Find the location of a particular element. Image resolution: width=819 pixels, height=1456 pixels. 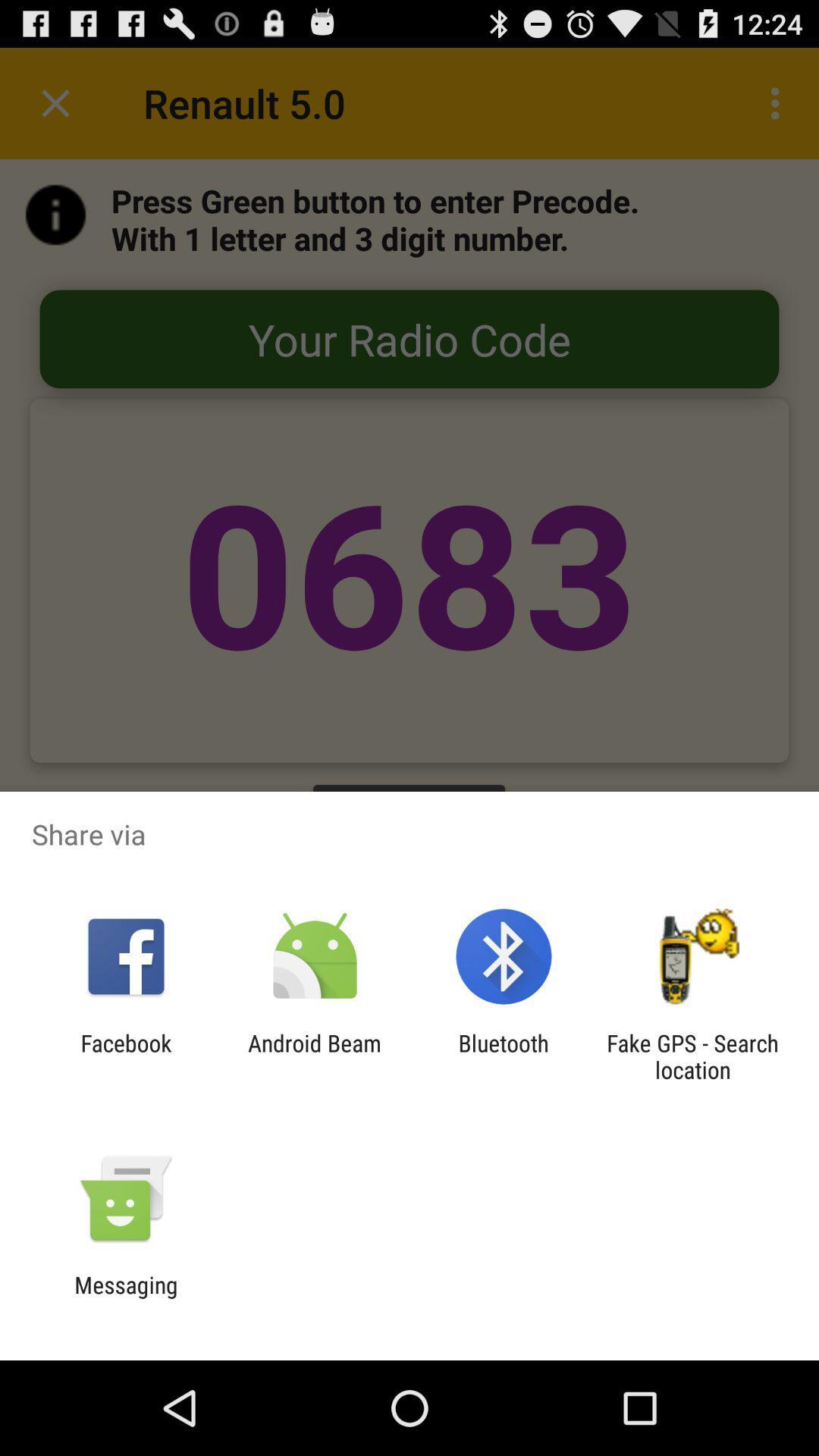

icon next to bluetooth app is located at coordinates (692, 1056).